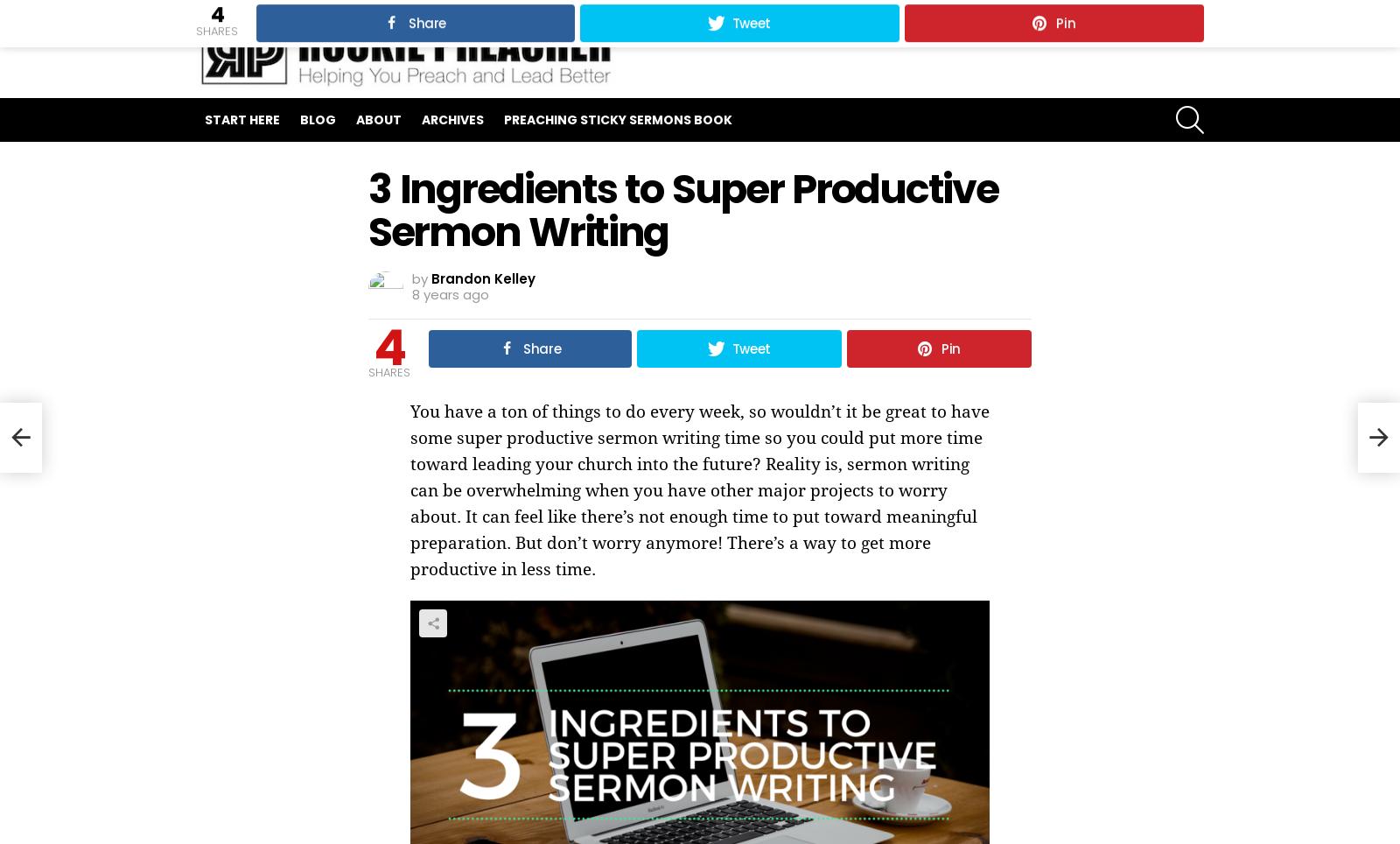 The height and width of the screenshot is (844, 1400). What do you see at coordinates (388, 371) in the screenshot?
I see `'SHARES'` at bounding box center [388, 371].